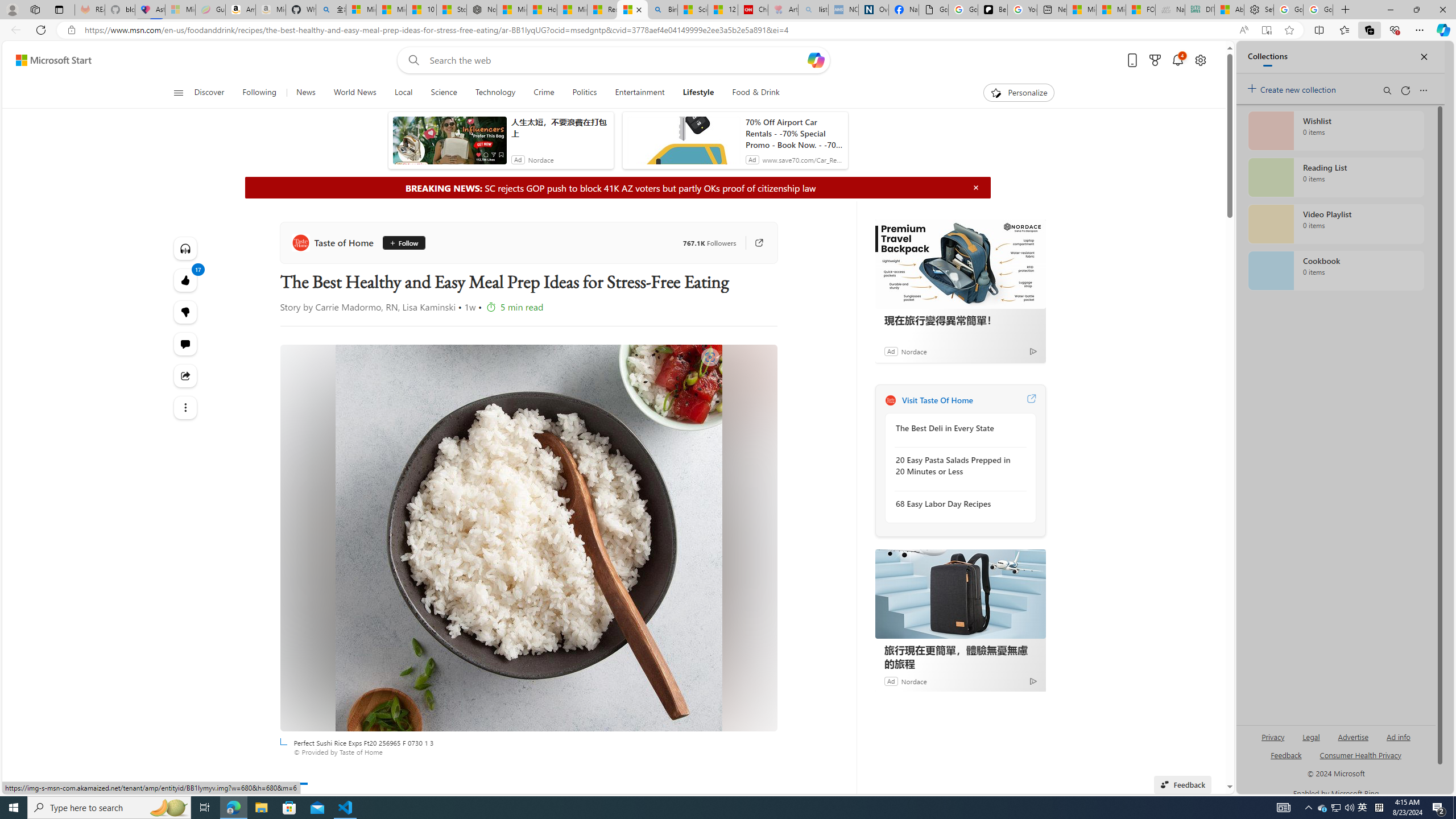 This screenshot has width=1456, height=819. What do you see at coordinates (494, 92) in the screenshot?
I see `'Technology'` at bounding box center [494, 92].